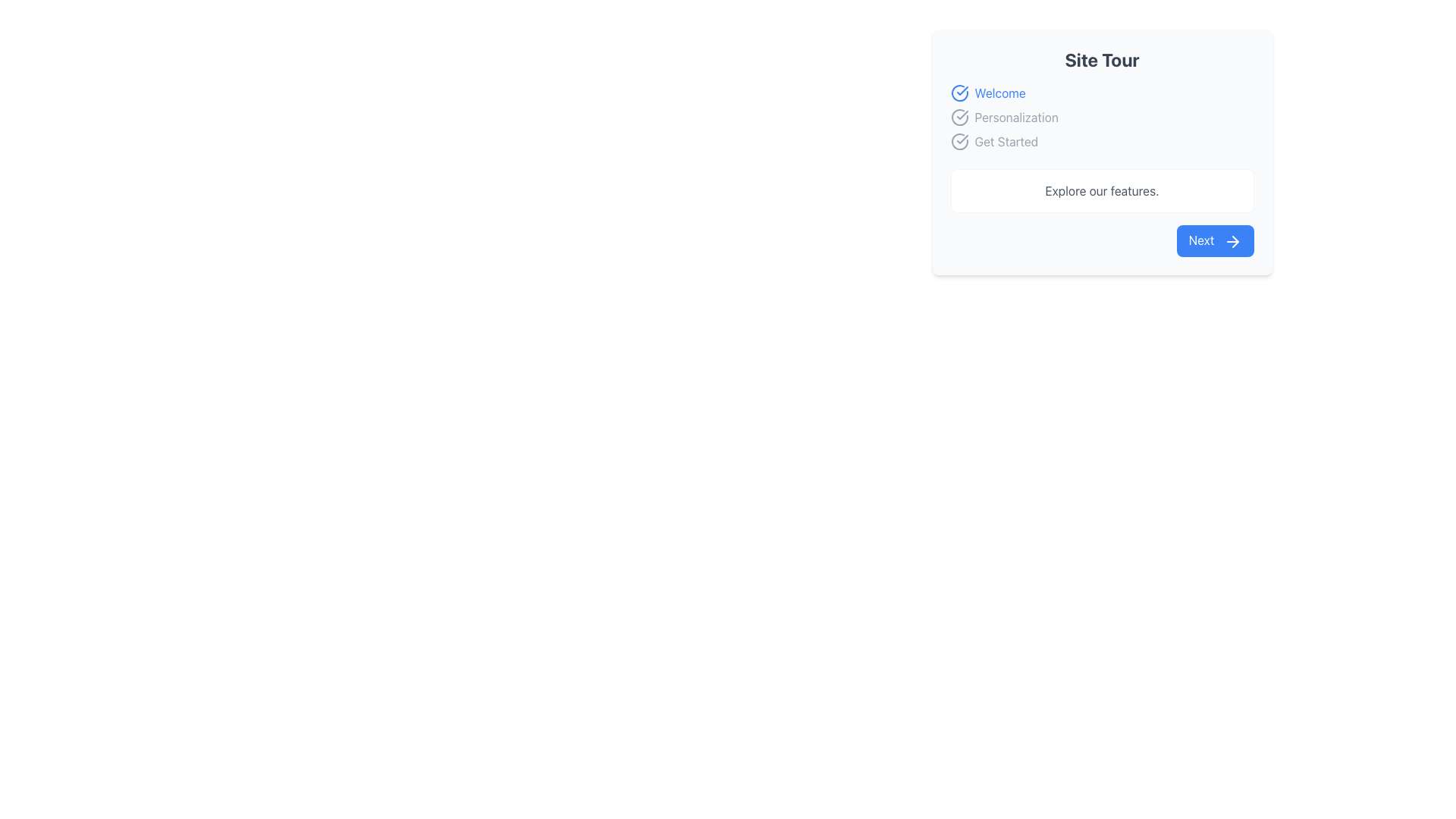 The width and height of the screenshot is (1456, 819). Describe the element at coordinates (1215, 240) in the screenshot. I see `the navigation button located at the bottom-right corner of the 'Site Tour' white card layout` at that location.